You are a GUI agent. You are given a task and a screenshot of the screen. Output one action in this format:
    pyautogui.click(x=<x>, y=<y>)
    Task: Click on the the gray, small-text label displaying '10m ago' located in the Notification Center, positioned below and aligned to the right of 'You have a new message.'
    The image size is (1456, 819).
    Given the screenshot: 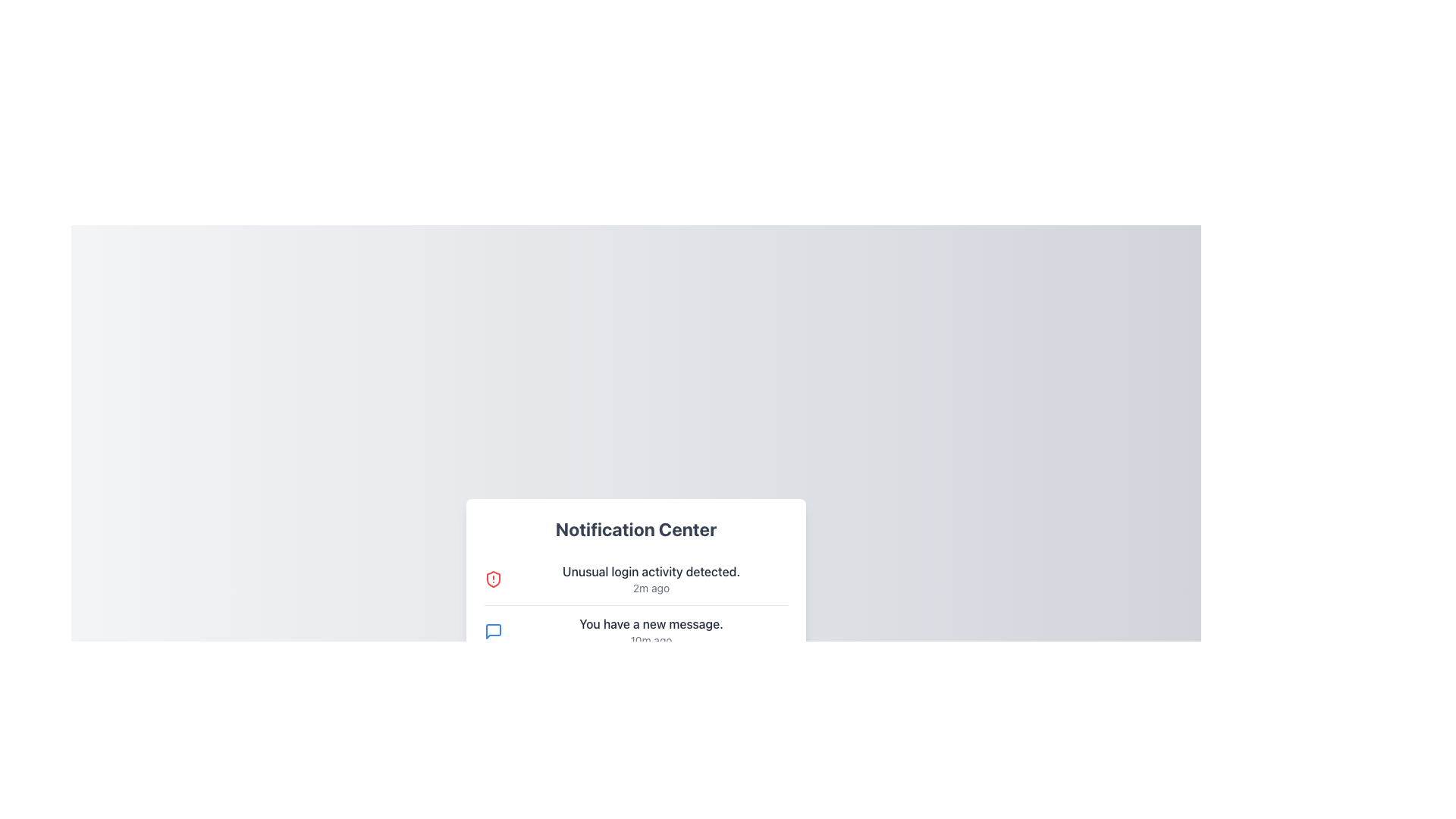 What is the action you would take?
    pyautogui.click(x=651, y=640)
    